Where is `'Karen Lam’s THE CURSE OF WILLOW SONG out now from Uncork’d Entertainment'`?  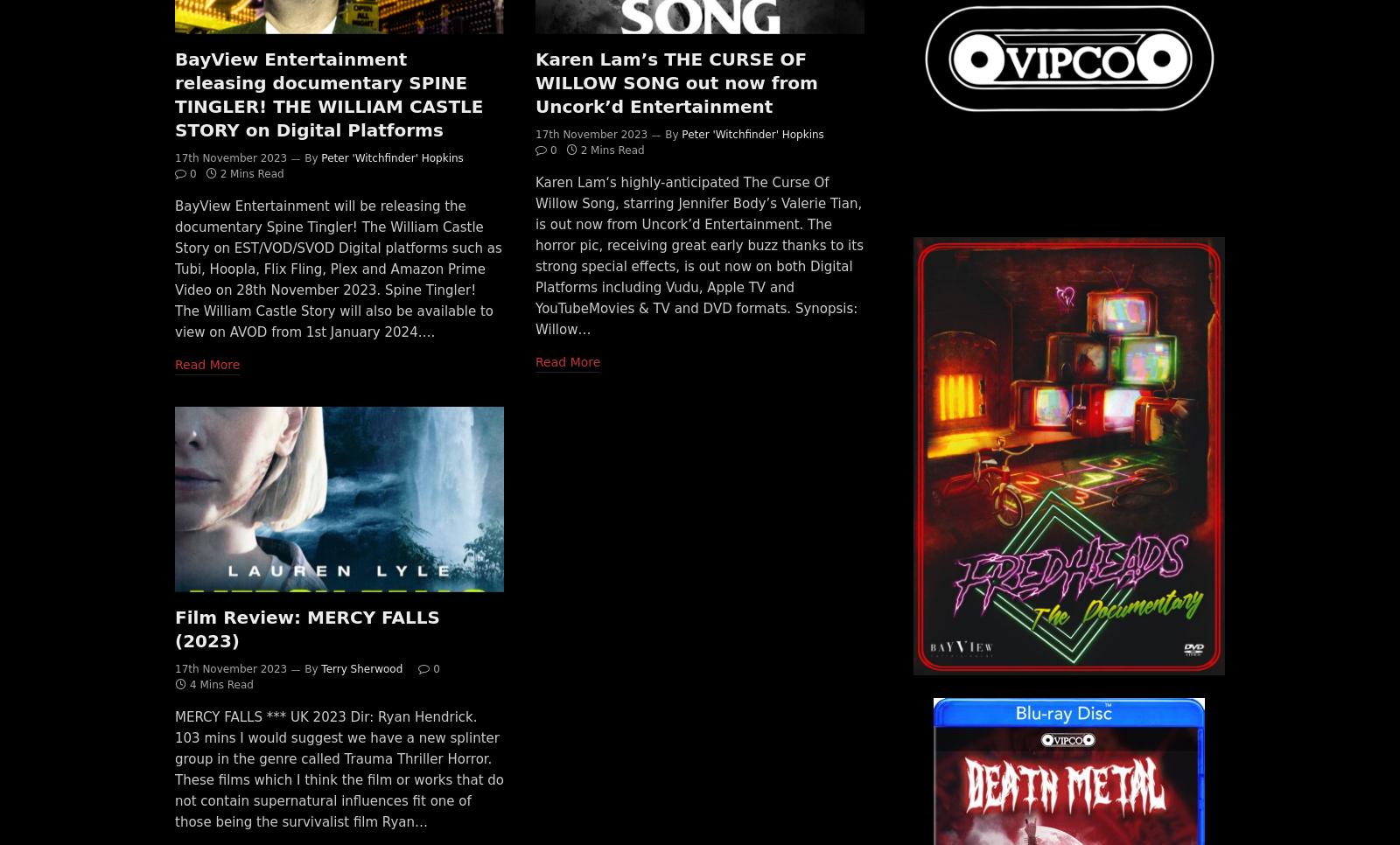
'Karen Lam’s THE CURSE OF WILLOW SONG out now from Uncork’d Entertainment' is located at coordinates (675, 80).